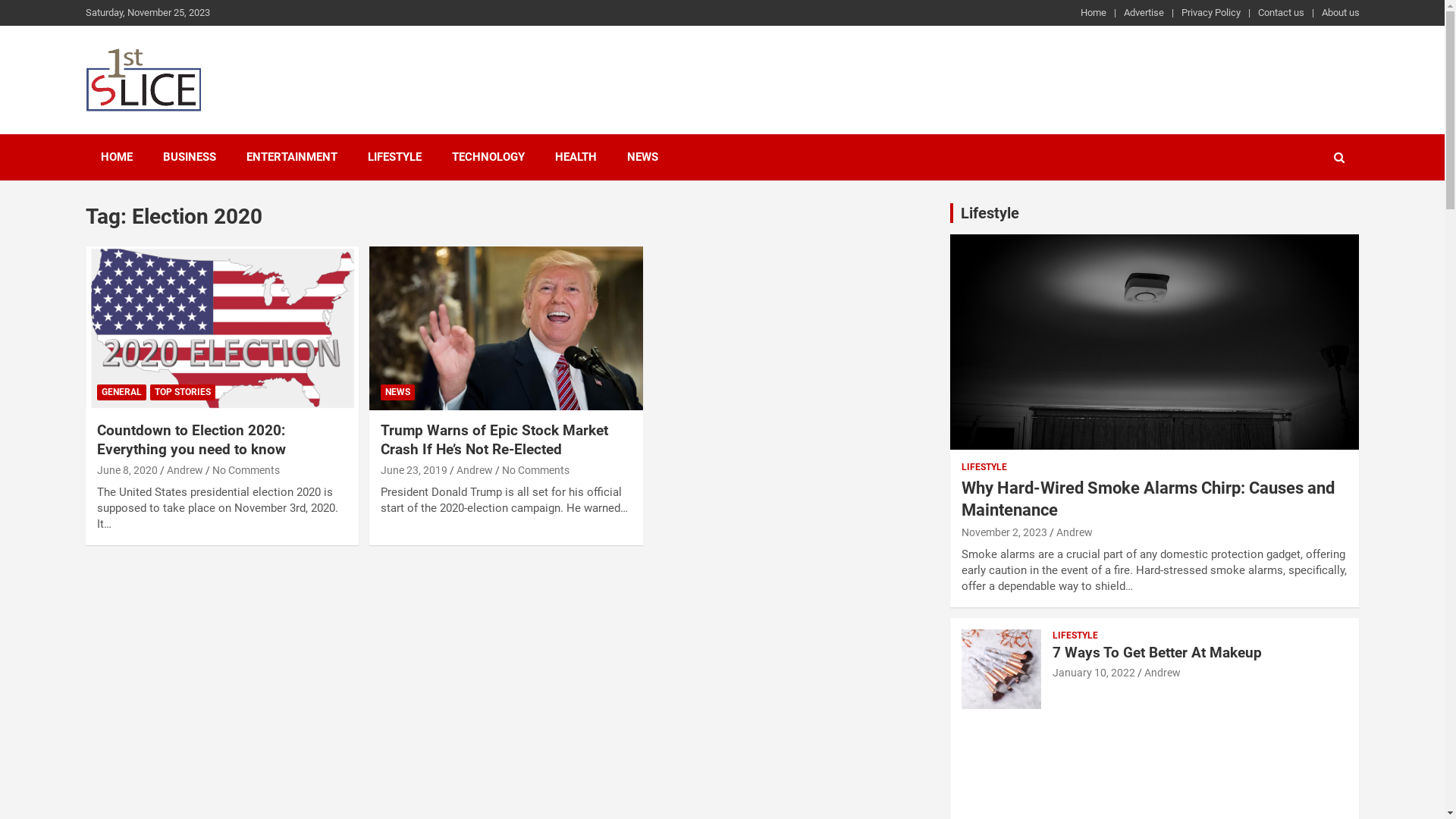  I want to click on 'NEWS', so click(642, 157).